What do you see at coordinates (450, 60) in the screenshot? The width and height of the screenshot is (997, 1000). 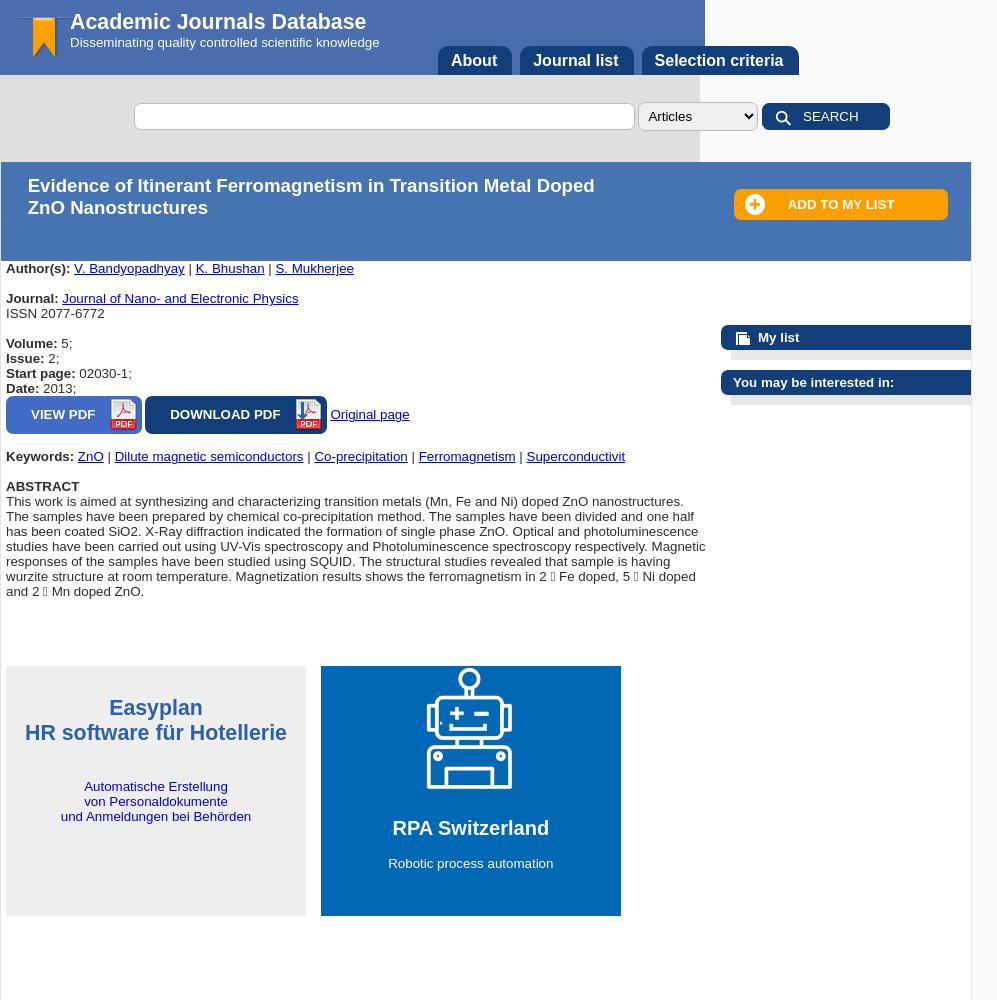 I see `'About'` at bounding box center [450, 60].